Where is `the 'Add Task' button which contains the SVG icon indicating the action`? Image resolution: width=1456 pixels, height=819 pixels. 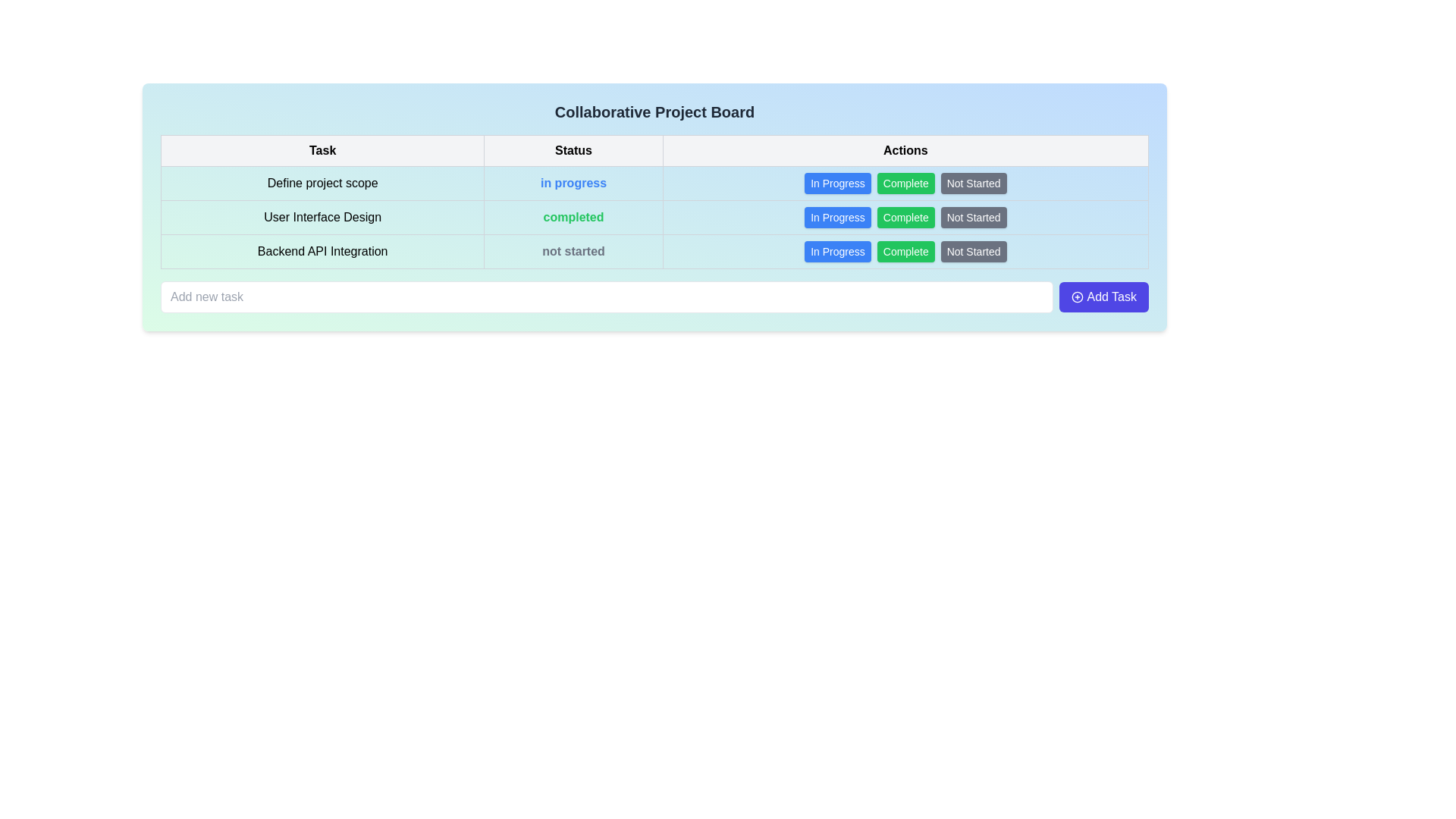 the 'Add Task' button which contains the SVG icon indicating the action is located at coordinates (1077, 297).